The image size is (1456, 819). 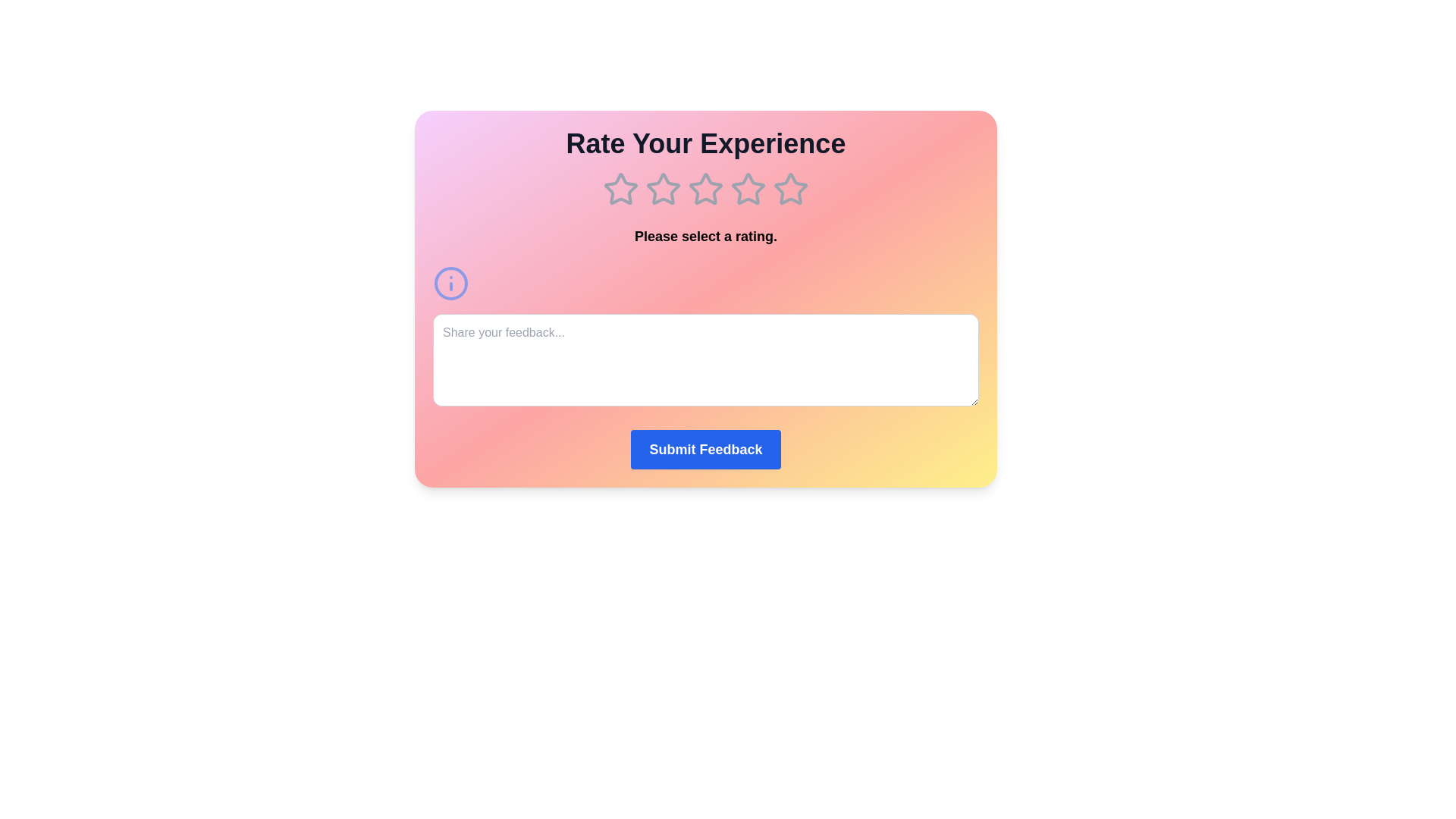 What do you see at coordinates (789, 189) in the screenshot?
I see `the 5 star in the rating component` at bounding box center [789, 189].